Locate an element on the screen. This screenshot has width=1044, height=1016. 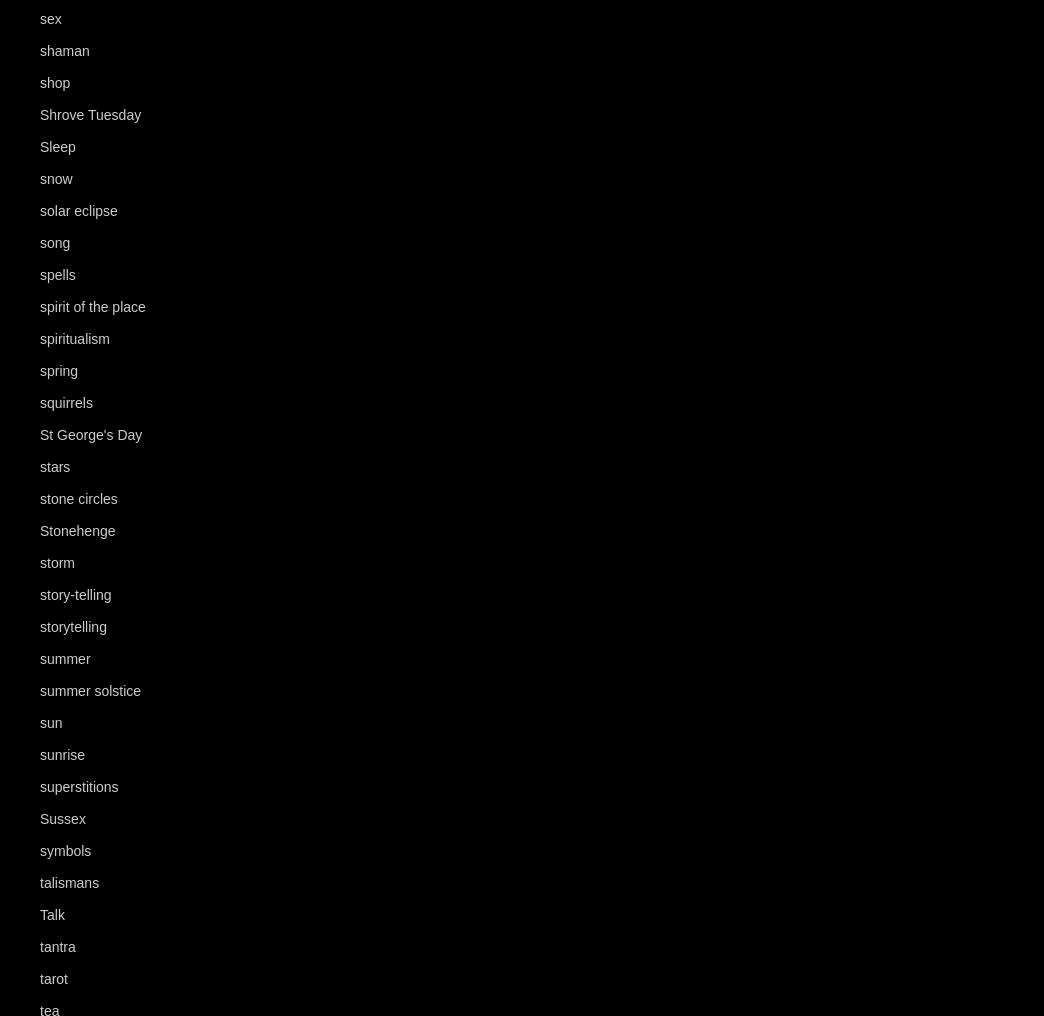
'sunrise' is located at coordinates (61, 754).